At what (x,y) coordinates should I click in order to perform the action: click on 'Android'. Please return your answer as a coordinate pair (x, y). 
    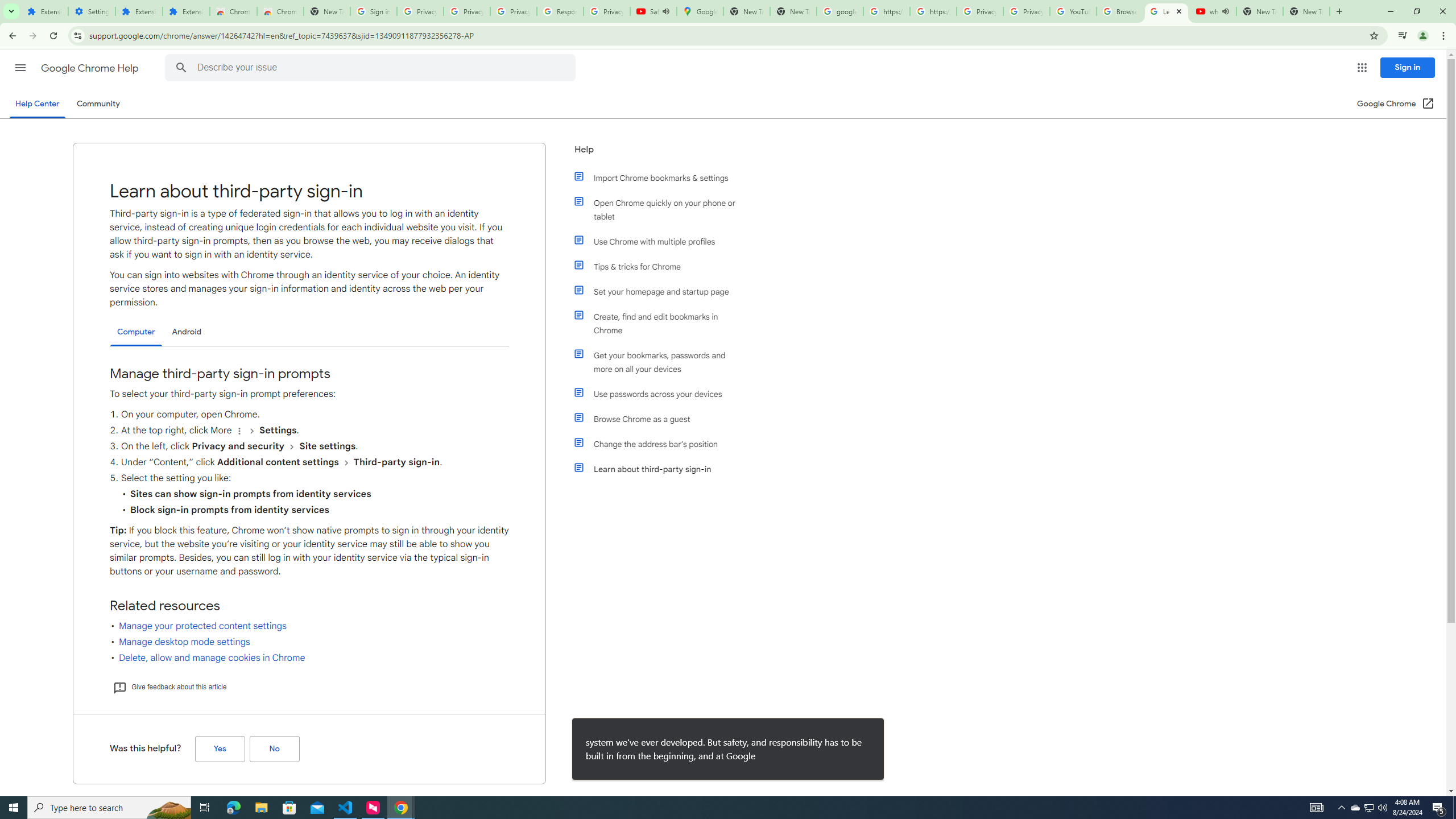
    Looking at the image, I should click on (186, 331).